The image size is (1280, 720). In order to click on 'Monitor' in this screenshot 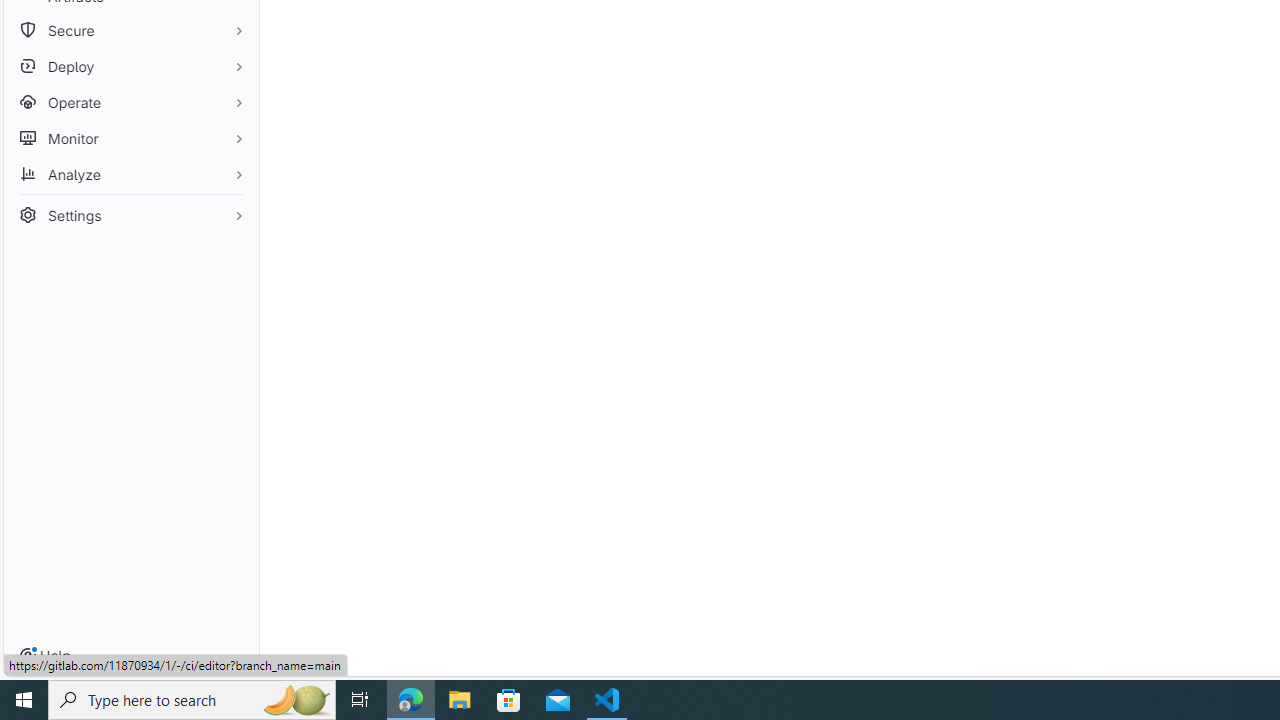, I will do `click(130, 137)`.